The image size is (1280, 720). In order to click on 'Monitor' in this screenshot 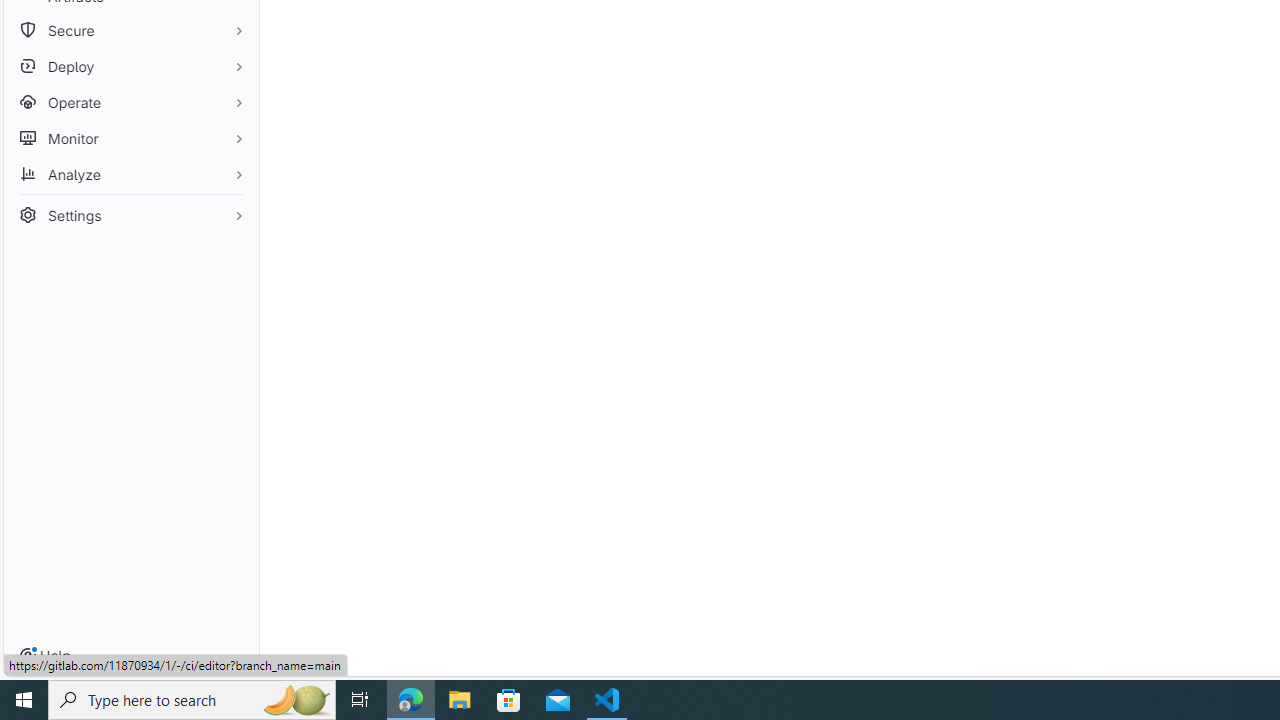, I will do `click(130, 137)`.